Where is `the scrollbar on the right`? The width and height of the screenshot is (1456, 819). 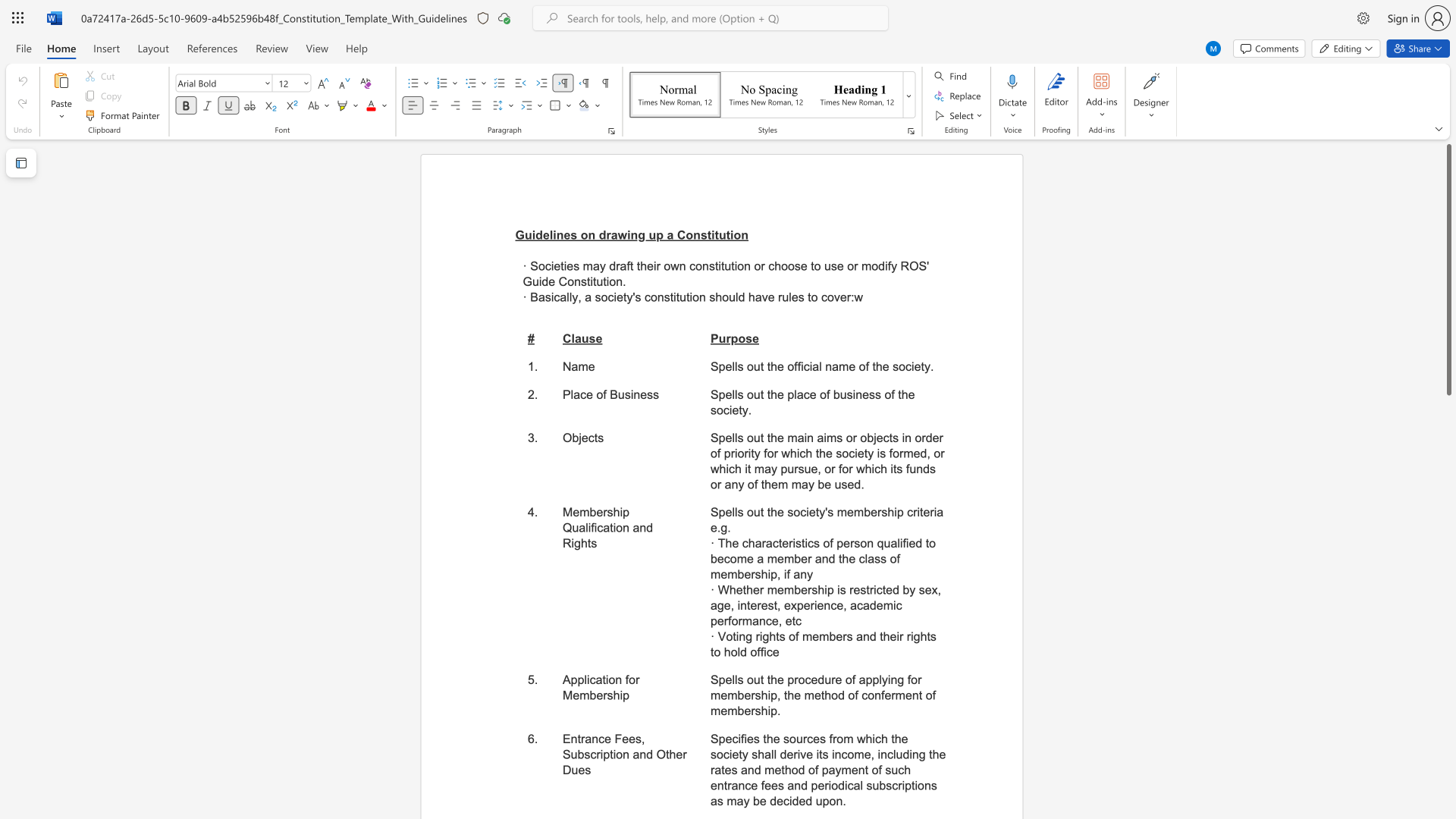
the scrollbar on the right is located at coordinates (1448, 417).